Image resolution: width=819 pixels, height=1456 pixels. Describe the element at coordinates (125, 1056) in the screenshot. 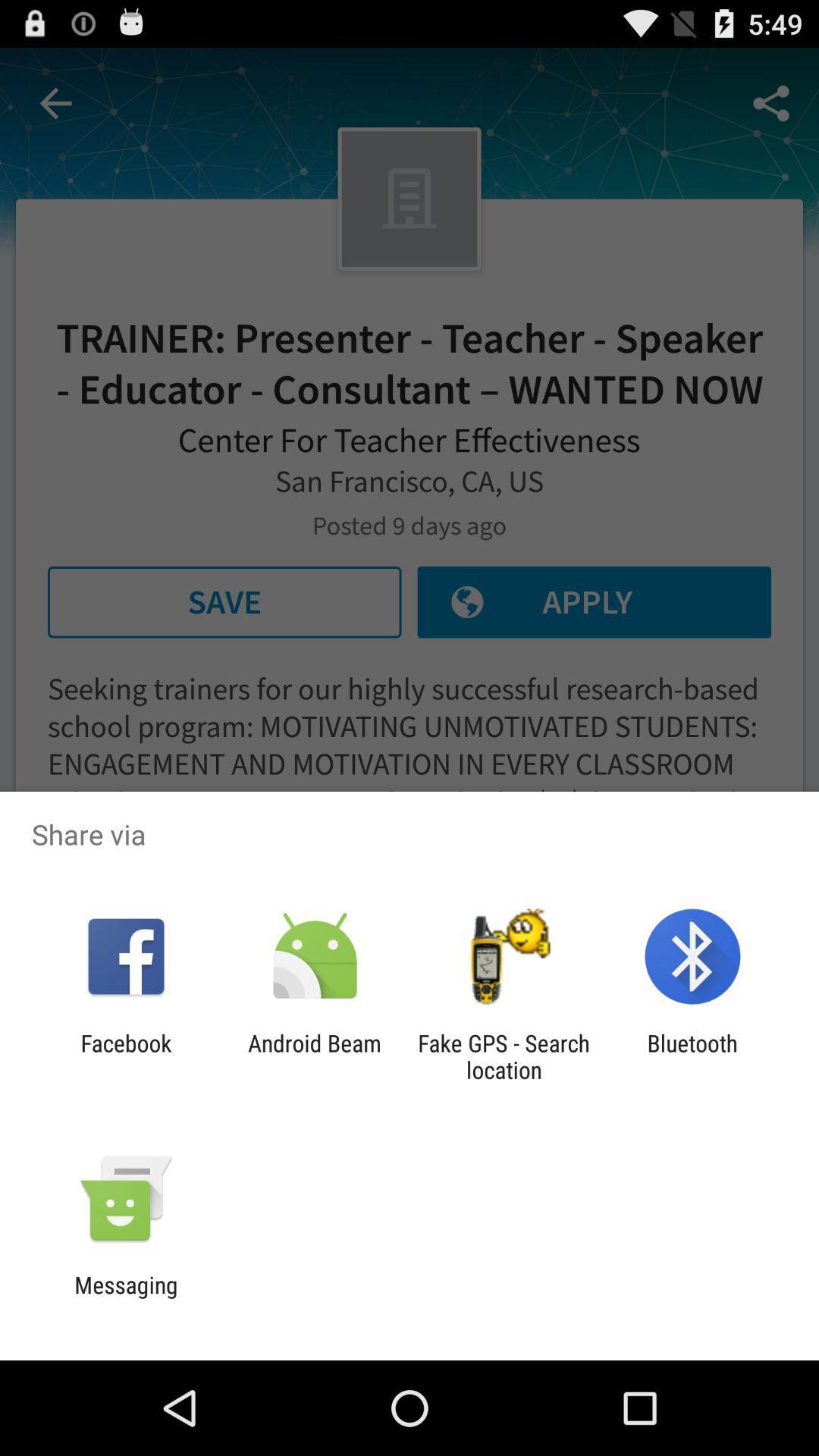

I see `facebook` at that location.